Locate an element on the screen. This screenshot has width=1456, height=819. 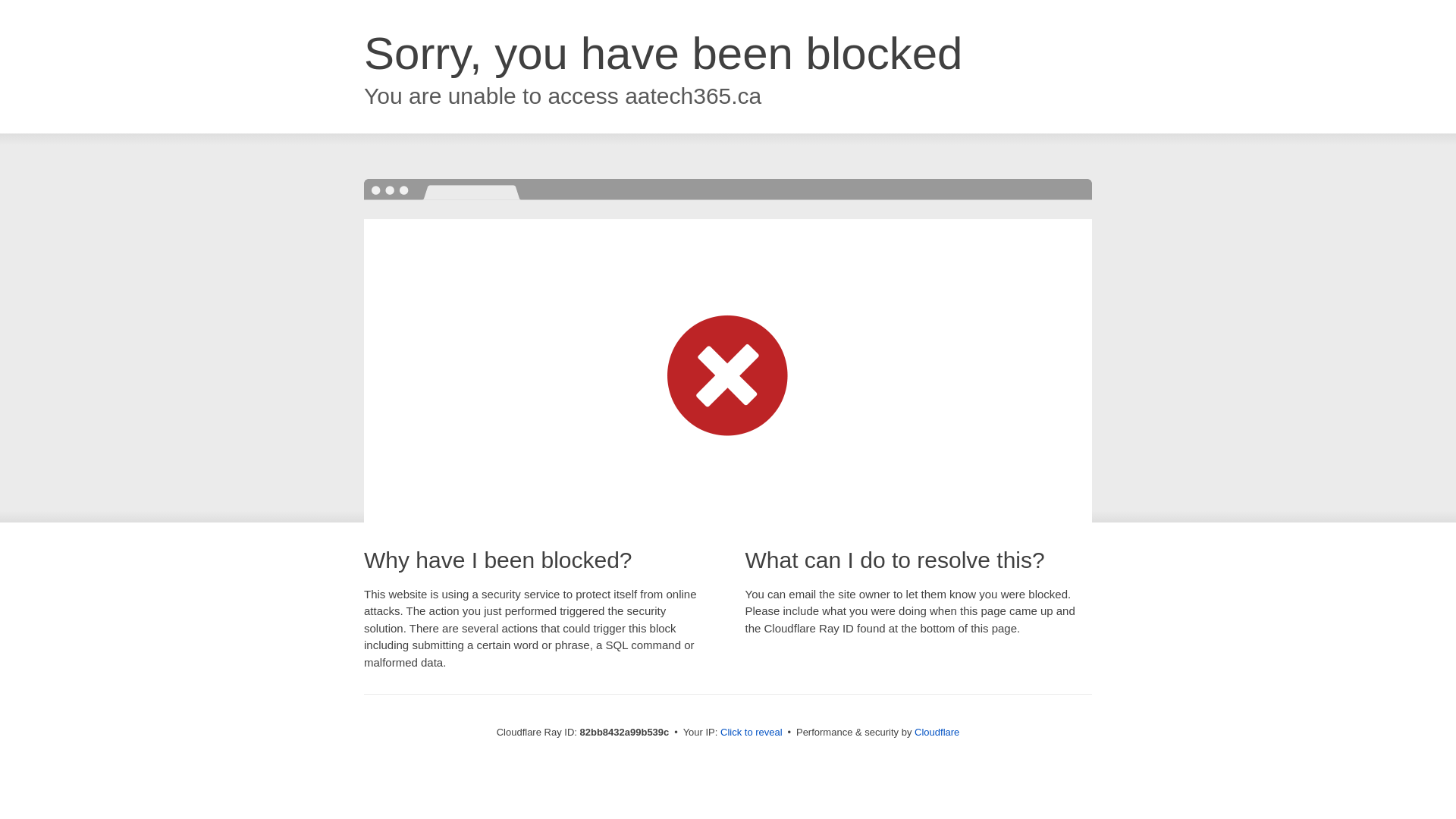
'Cloudflare' is located at coordinates (936, 731).